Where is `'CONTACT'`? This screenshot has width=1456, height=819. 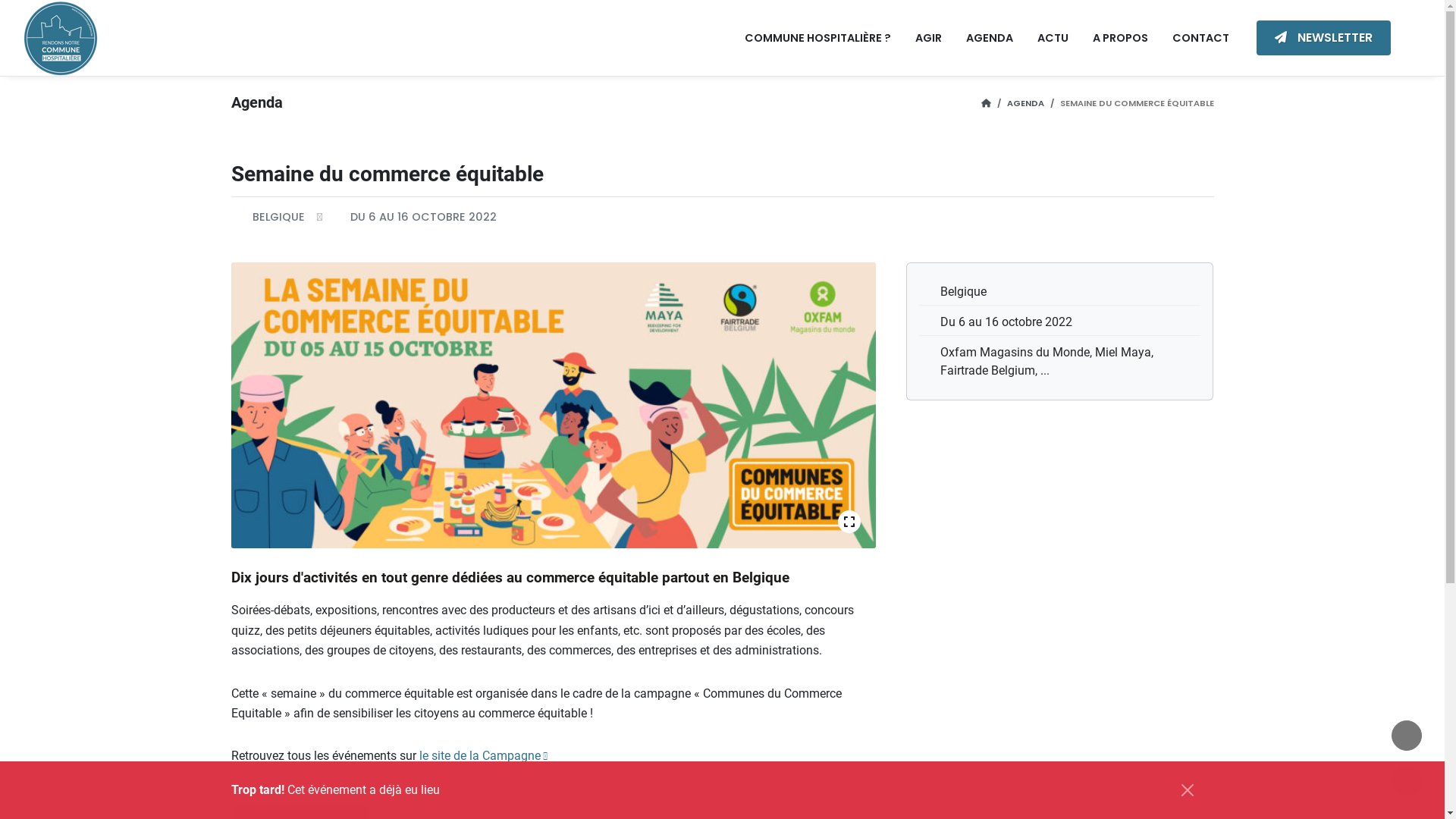 'CONTACT' is located at coordinates (1200, 37).